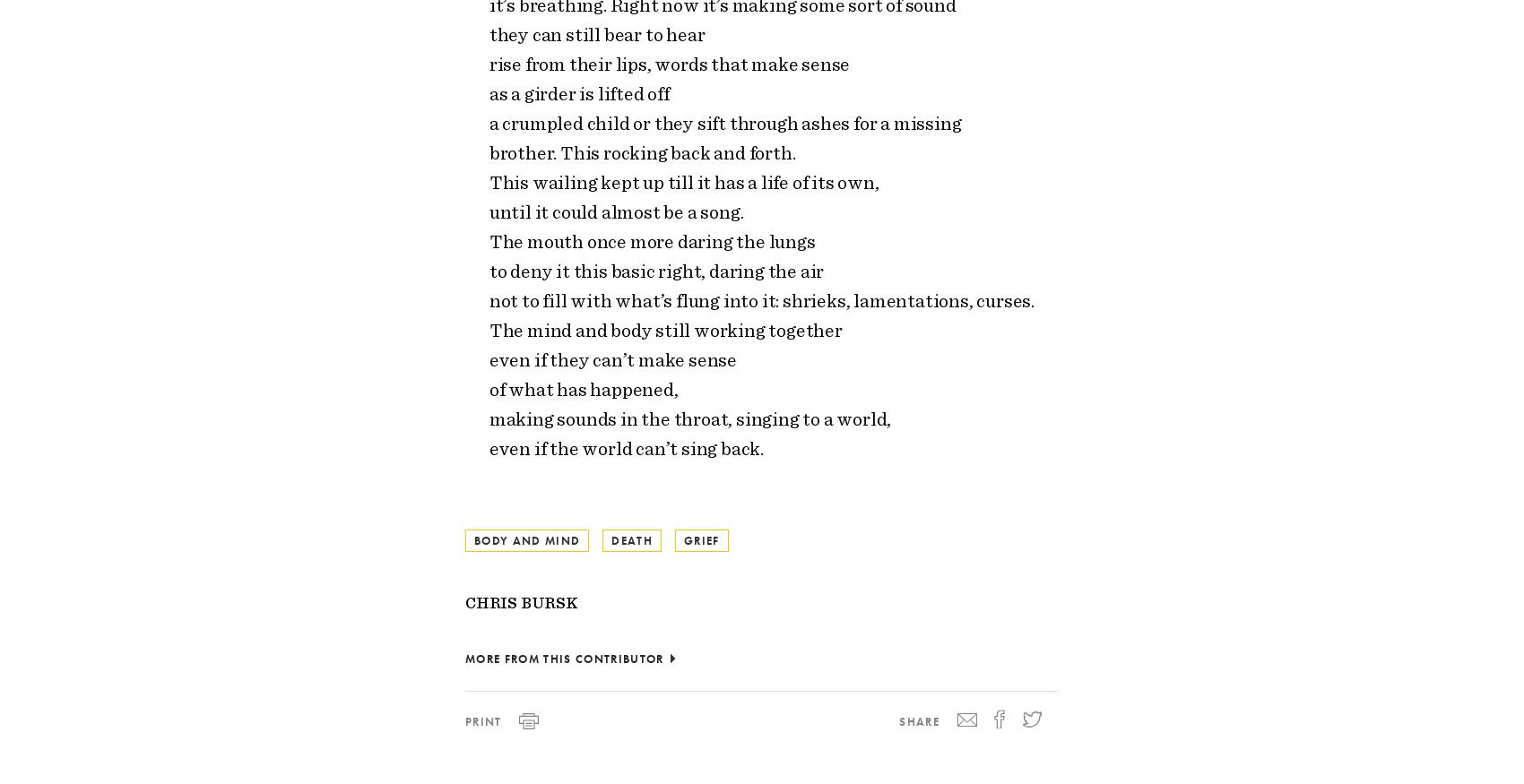  Describe the element at coordinates (723, 122) in the screenshot. I see `'a crumpled child or they sift through ashes for a missing'` at that location.